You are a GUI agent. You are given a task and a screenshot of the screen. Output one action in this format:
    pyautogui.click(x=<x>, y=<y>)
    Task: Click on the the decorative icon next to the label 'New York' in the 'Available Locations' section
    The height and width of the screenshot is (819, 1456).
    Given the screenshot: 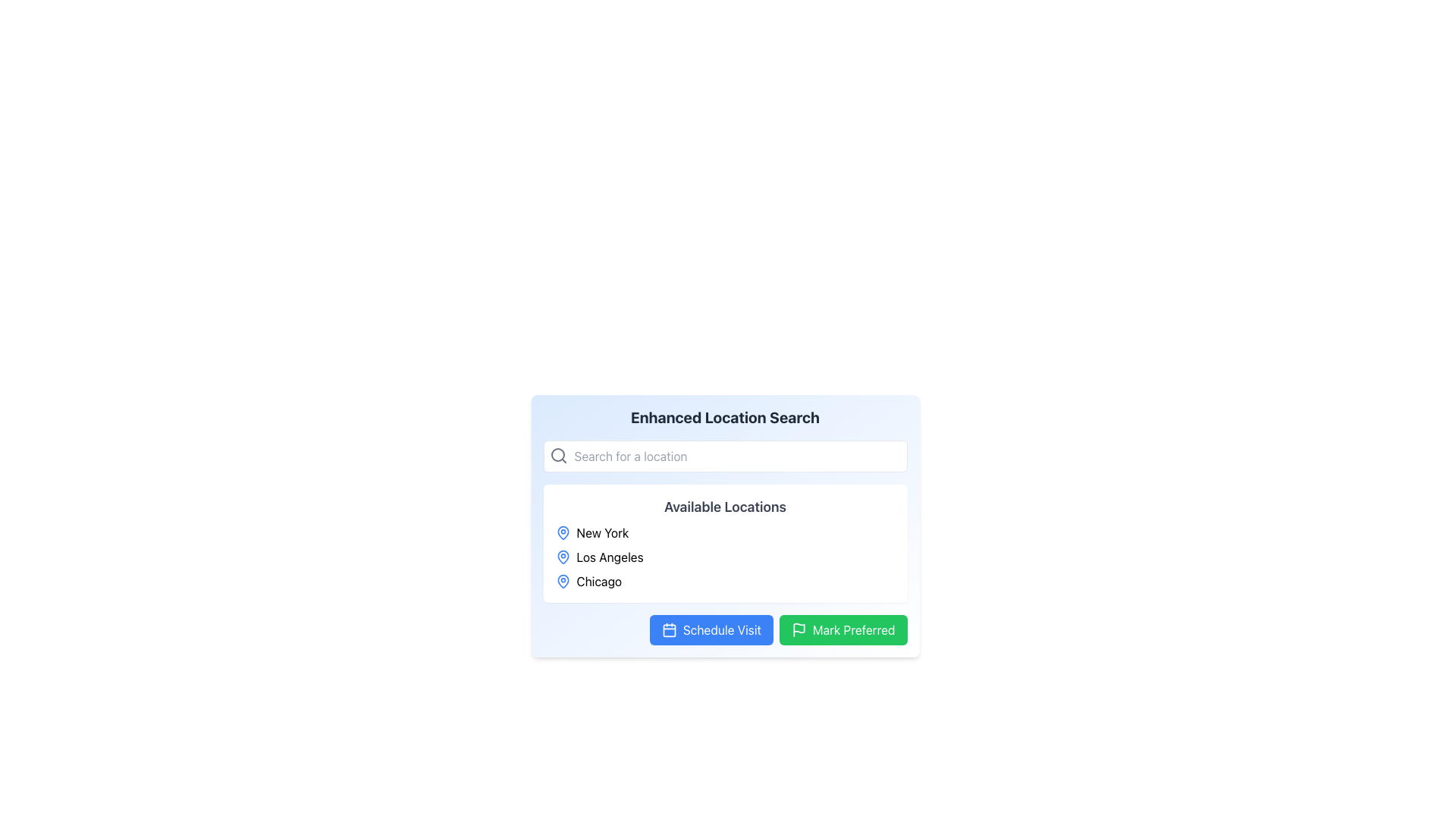 What is the action you would take?
    pyautogui.click(x=562, y=532)
    